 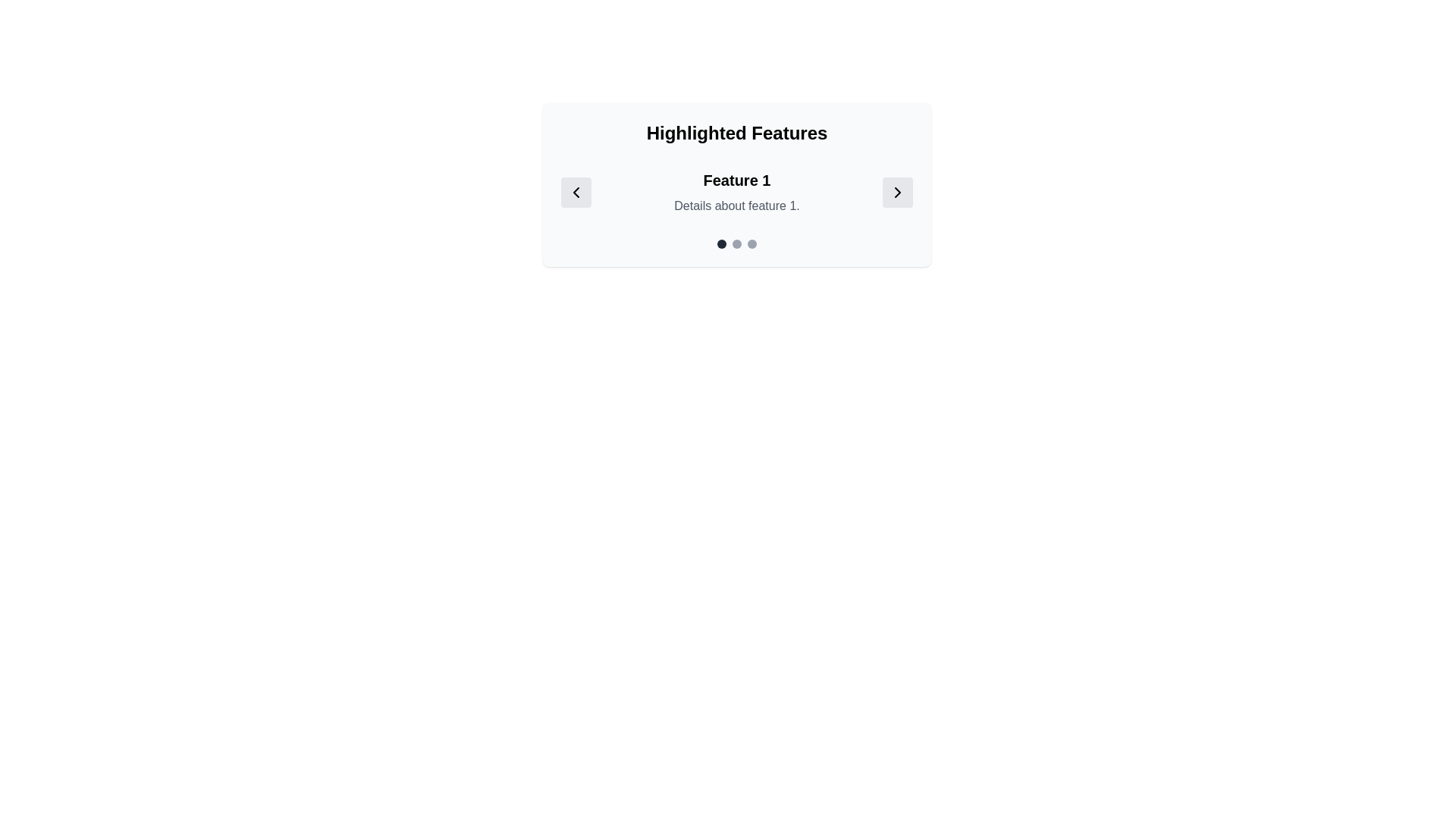 What do you see at coordinates (736, 243) in the screenshot?
I see `the second Carousel indicator dot located at the bottom center of the 'Featured Section'` at bounding box center [736, 243].